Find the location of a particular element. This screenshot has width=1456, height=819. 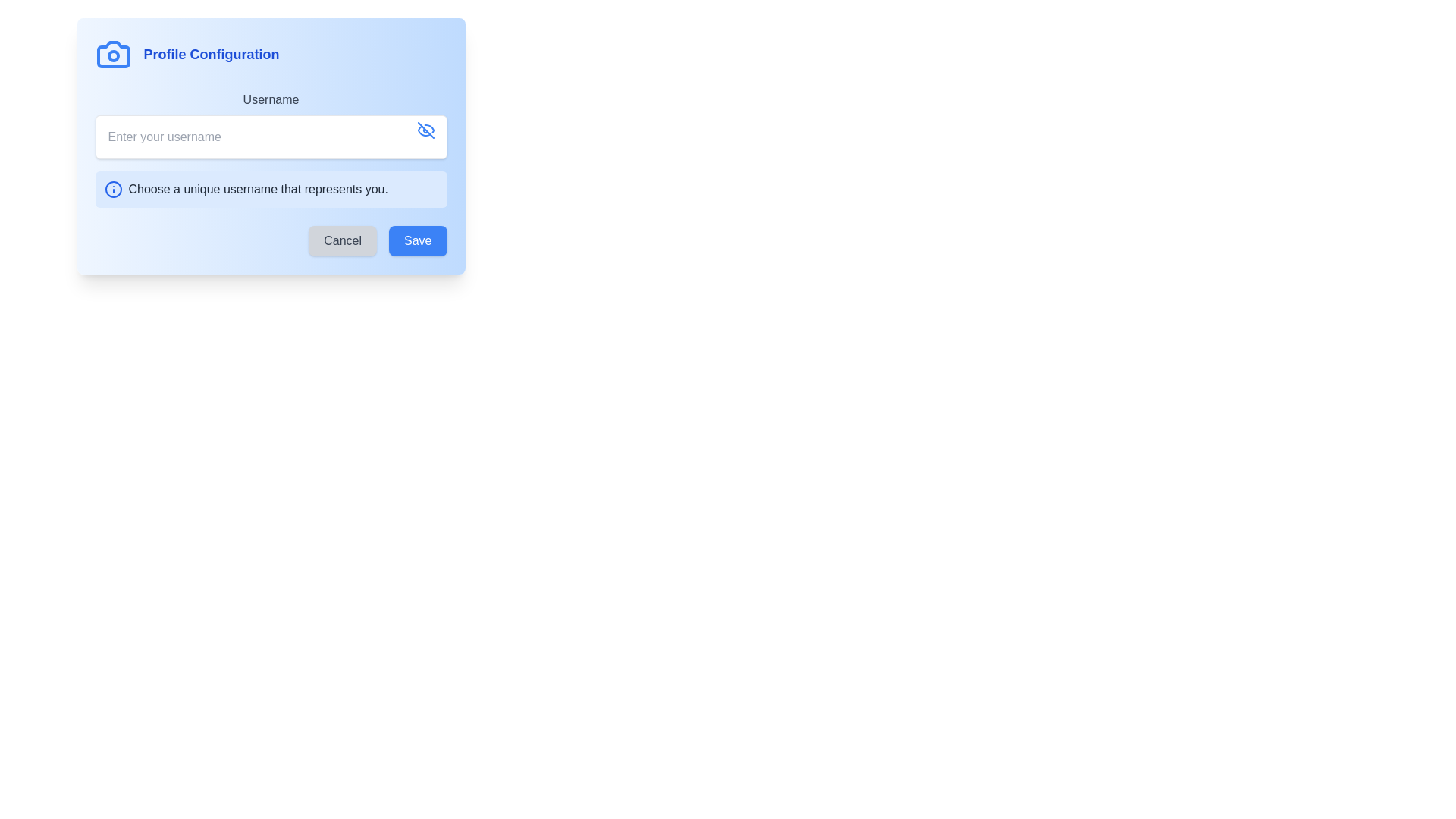

the circular icon with a blue outline and an exclamation mark, located to the left of the notification message 'Choose a unique username that represents you.' is located at coordinates (112, 189).